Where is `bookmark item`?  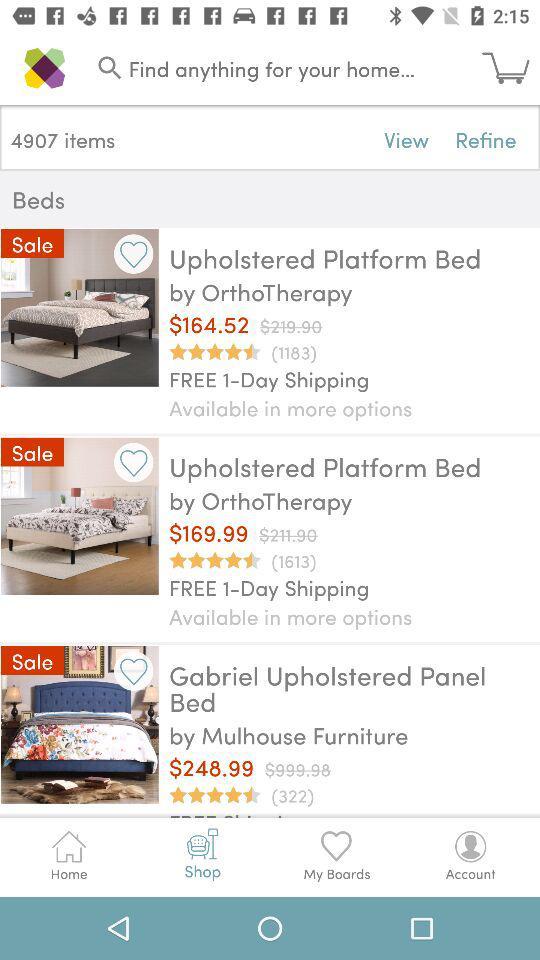 bookmark item is located at coordinates (133, 253).